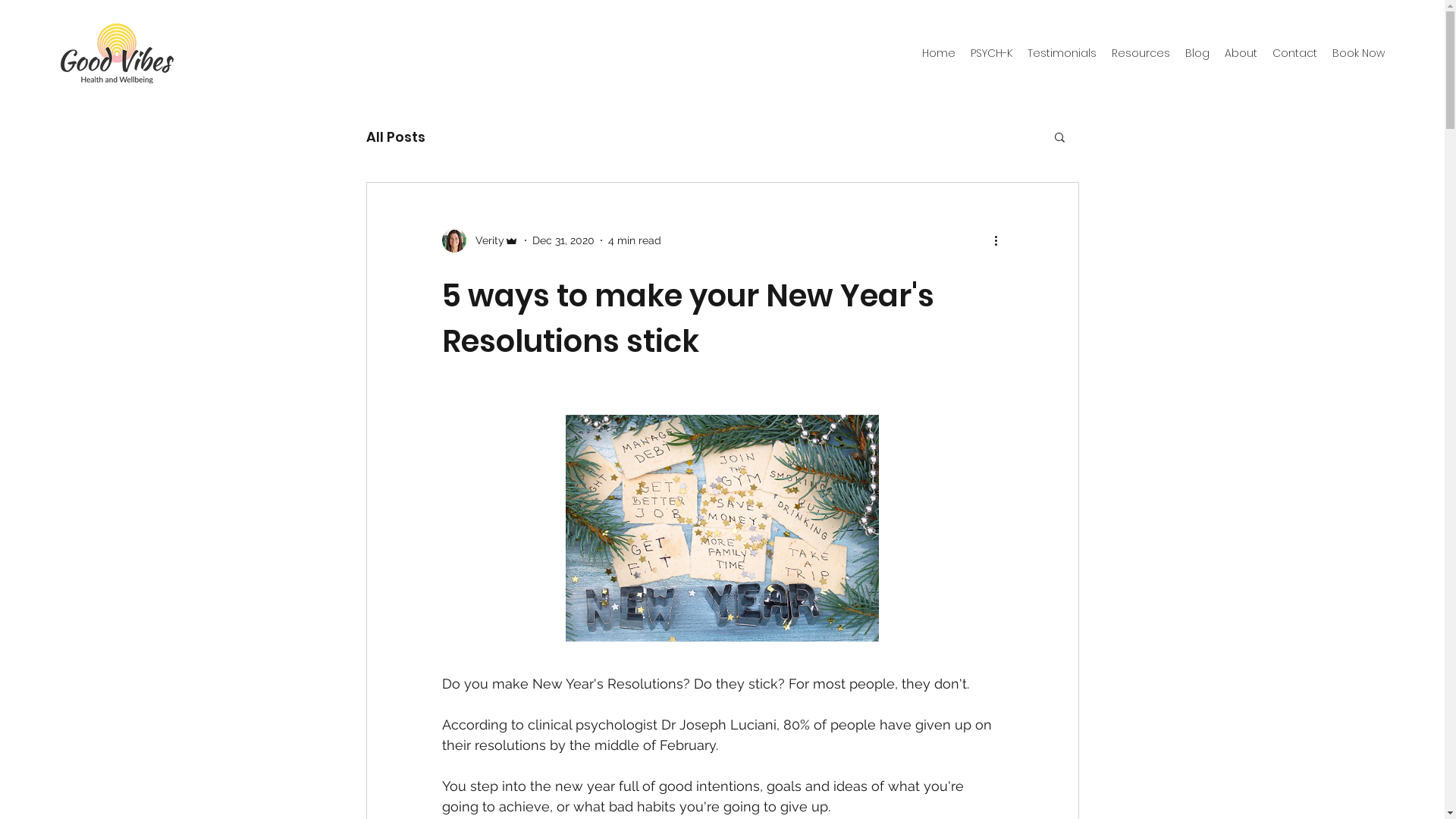 This screenshot has height=819, width=1456. I want to click on 'PSYCH-K', so click(991, 52).